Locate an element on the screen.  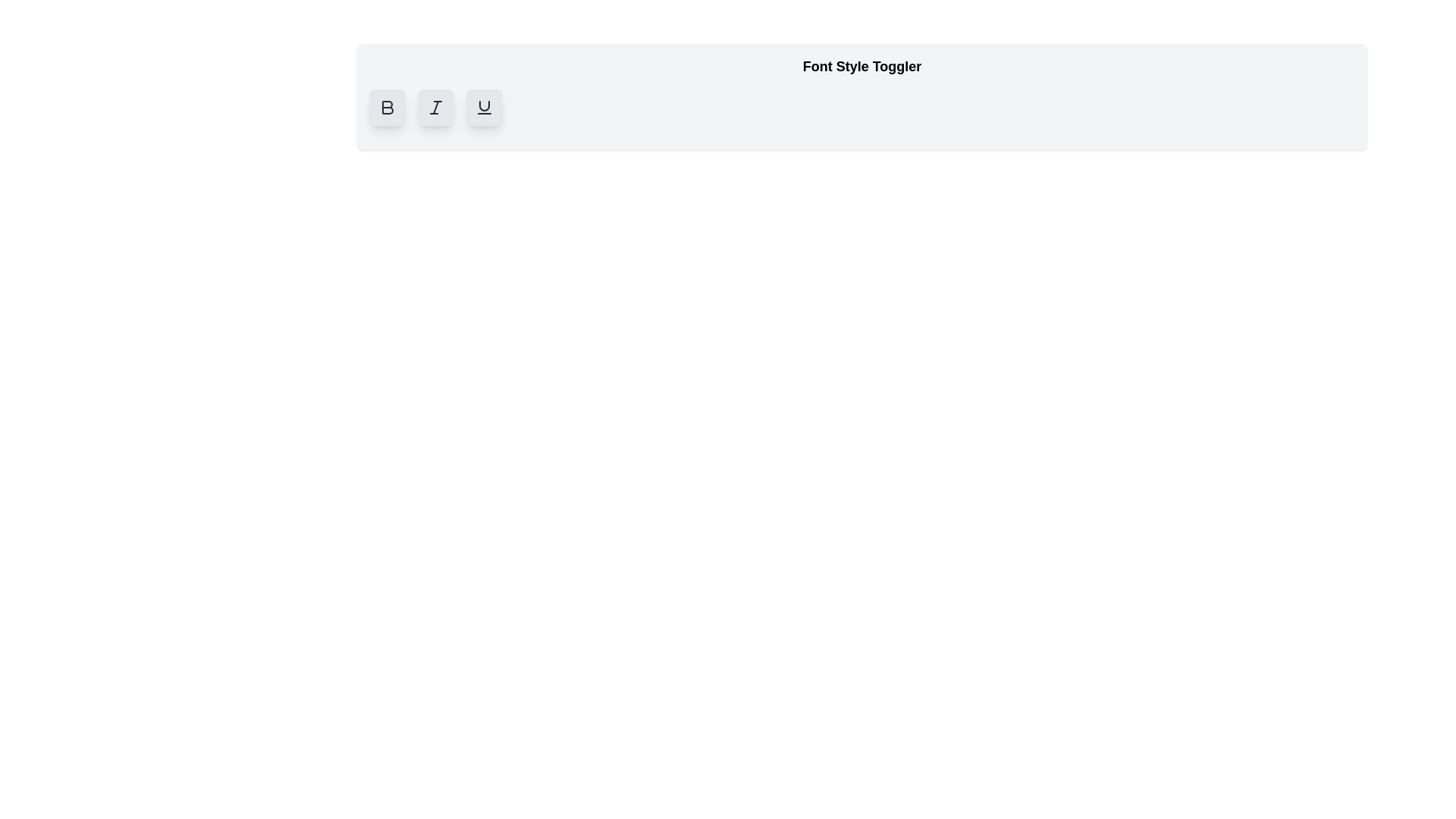
the underline formatting button, which is the third button on the toolbar is located at coordinates (483, 107).